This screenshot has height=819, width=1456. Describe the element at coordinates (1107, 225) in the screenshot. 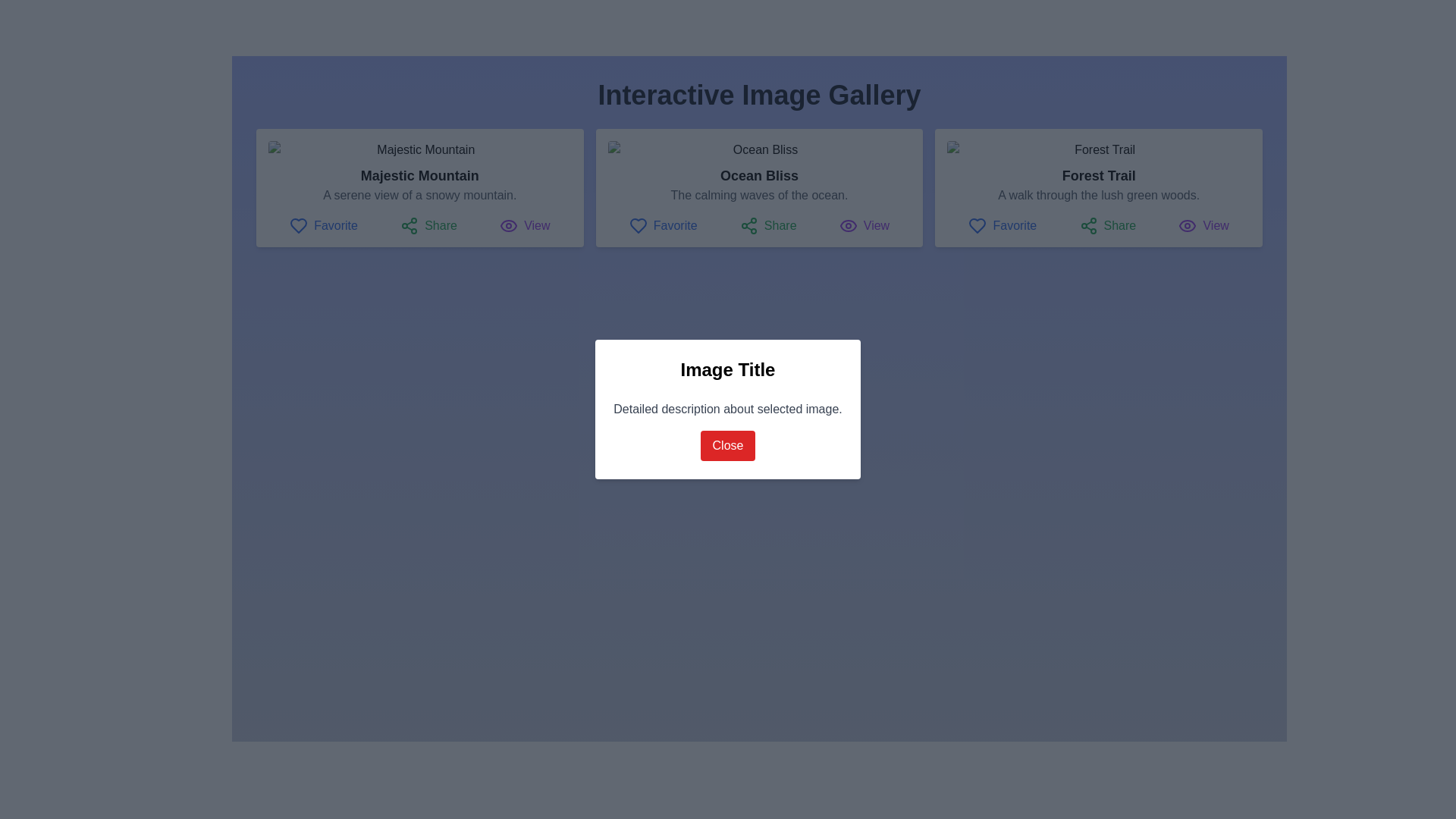

I see `the 'Share' button, which features a green sharing icon and the text 'Share', located under the header 'Forest Trail'` at that location.